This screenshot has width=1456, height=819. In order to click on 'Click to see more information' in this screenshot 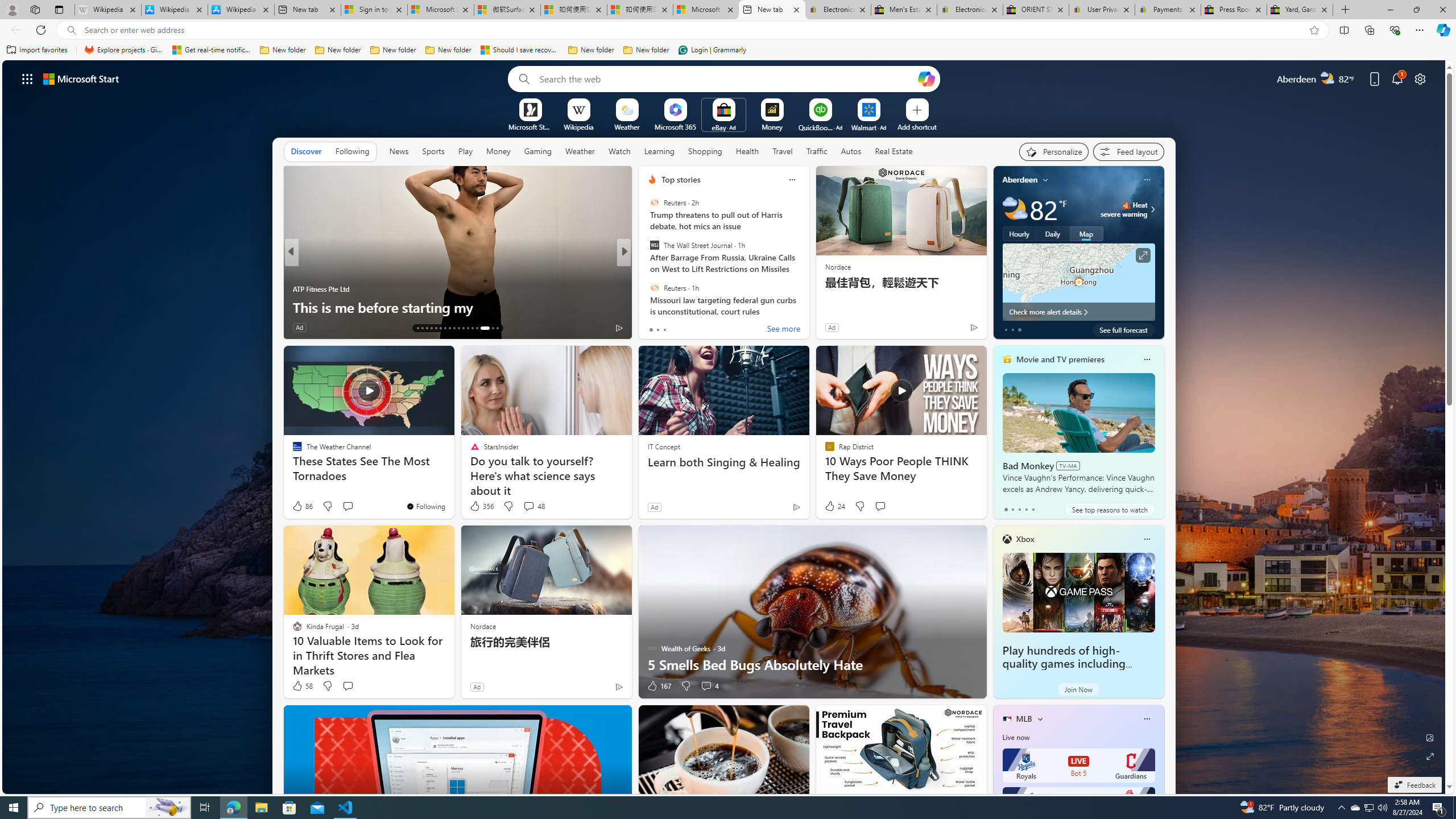, I will do `click(1143, 255)`.